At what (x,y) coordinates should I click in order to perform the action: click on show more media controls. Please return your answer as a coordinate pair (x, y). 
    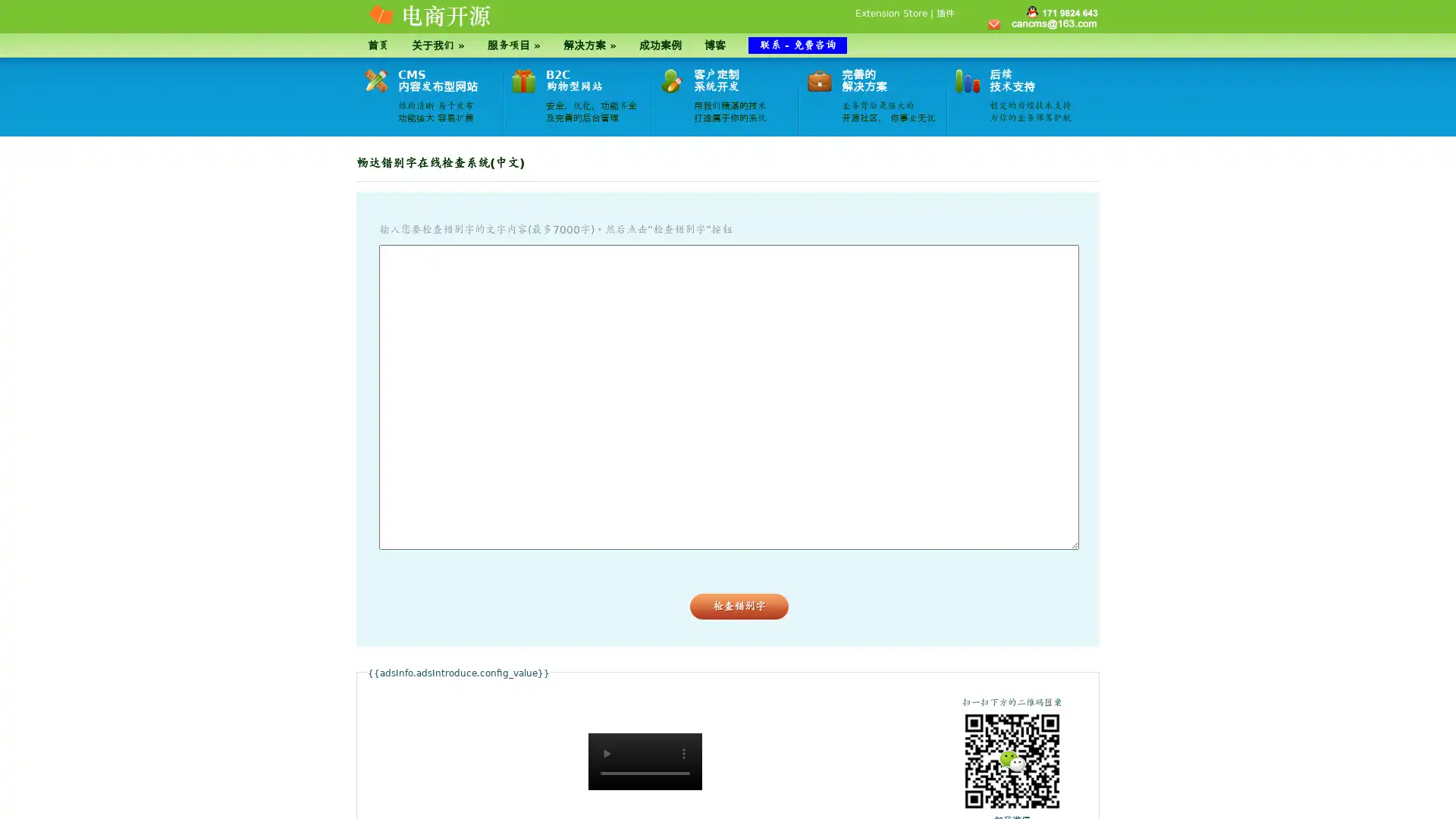
    Looking at the image, I should click on (683, 754).